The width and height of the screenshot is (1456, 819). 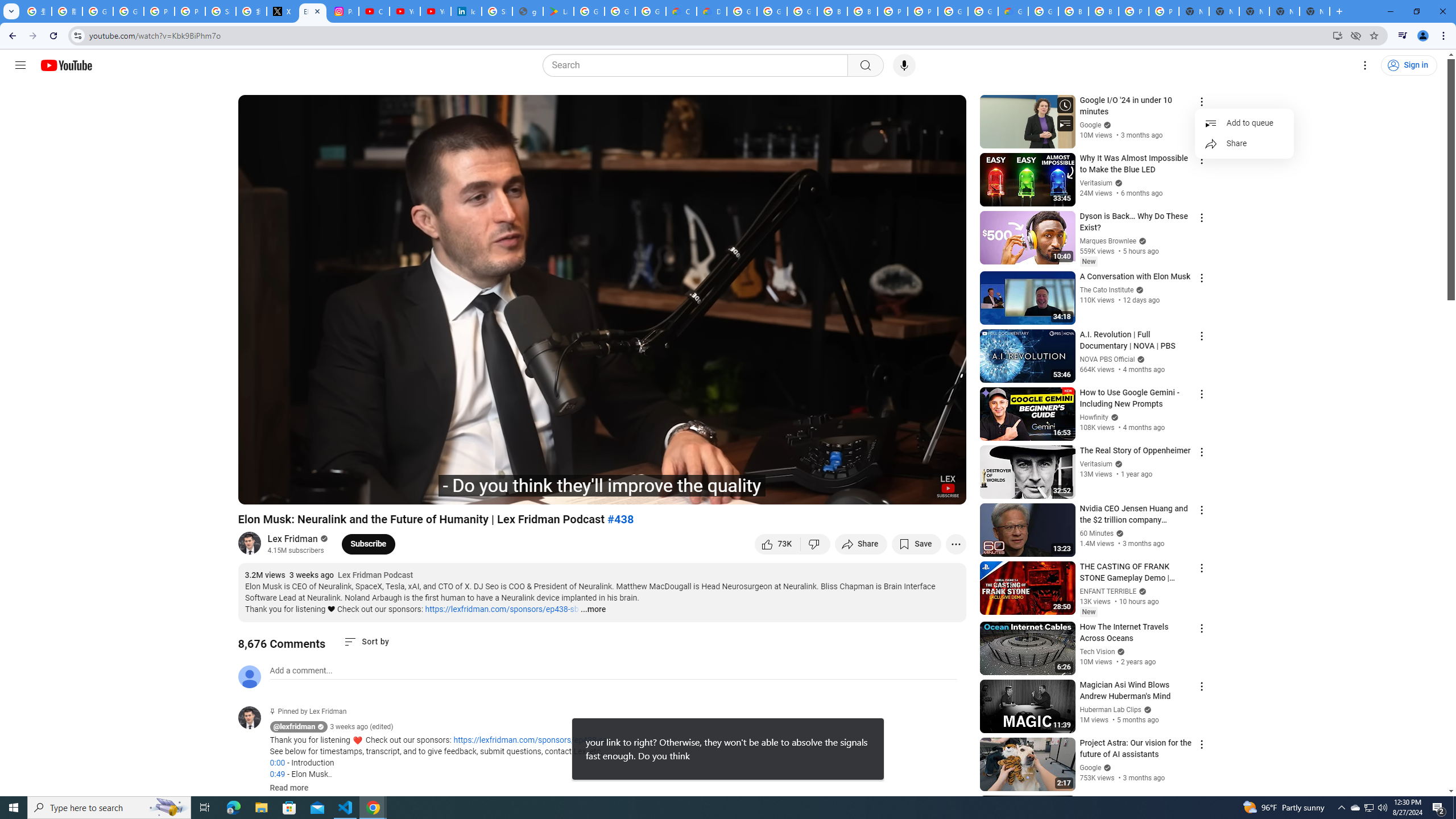 I want to click on '@lexfridman', so click(x=253, y=717).